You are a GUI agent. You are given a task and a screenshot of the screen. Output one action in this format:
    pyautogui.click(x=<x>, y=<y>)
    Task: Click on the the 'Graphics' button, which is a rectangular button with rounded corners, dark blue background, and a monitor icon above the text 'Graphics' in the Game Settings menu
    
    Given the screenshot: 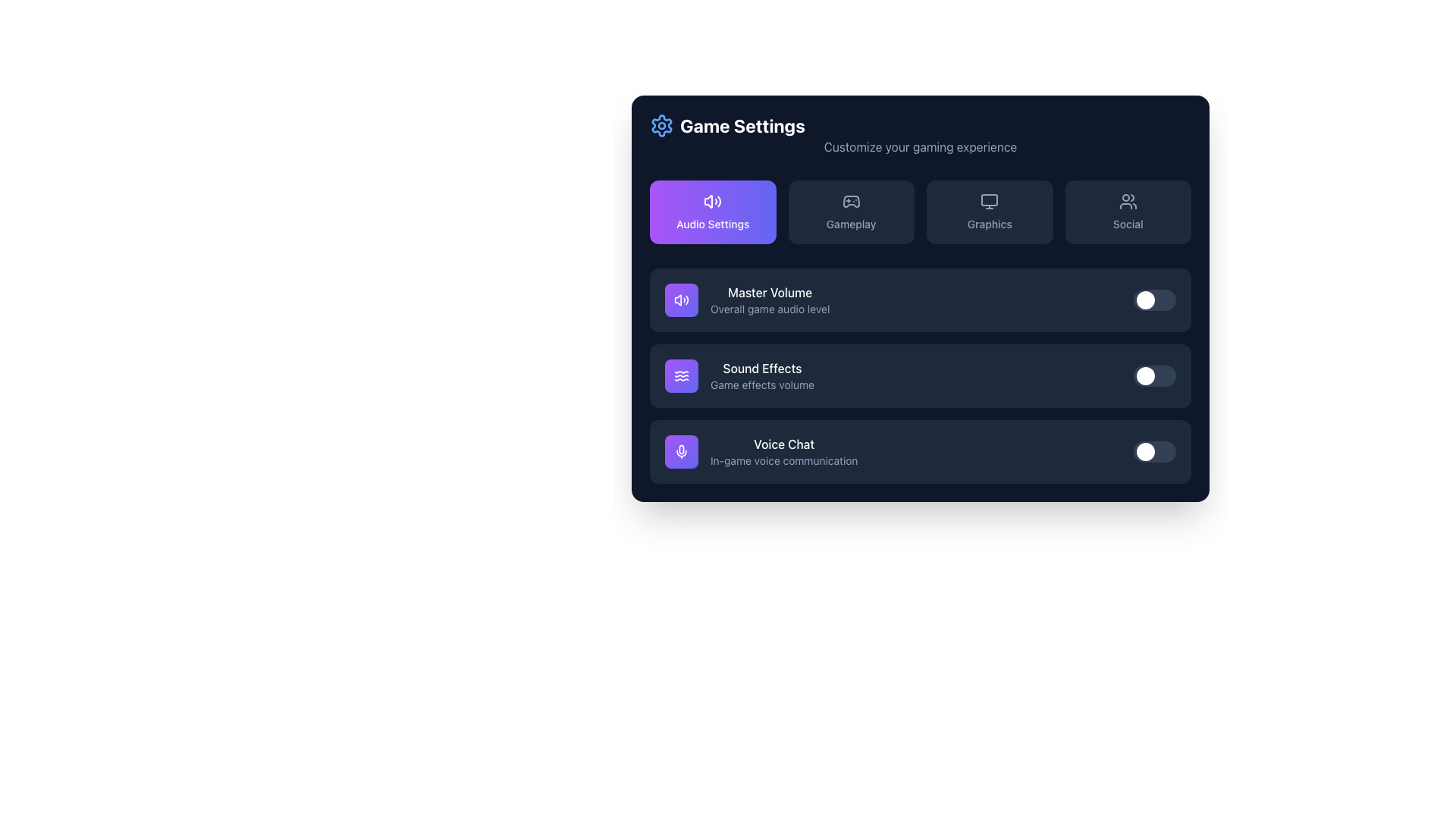 What is the action you would take?
    pyautogui.click(x=990, y=212)
    